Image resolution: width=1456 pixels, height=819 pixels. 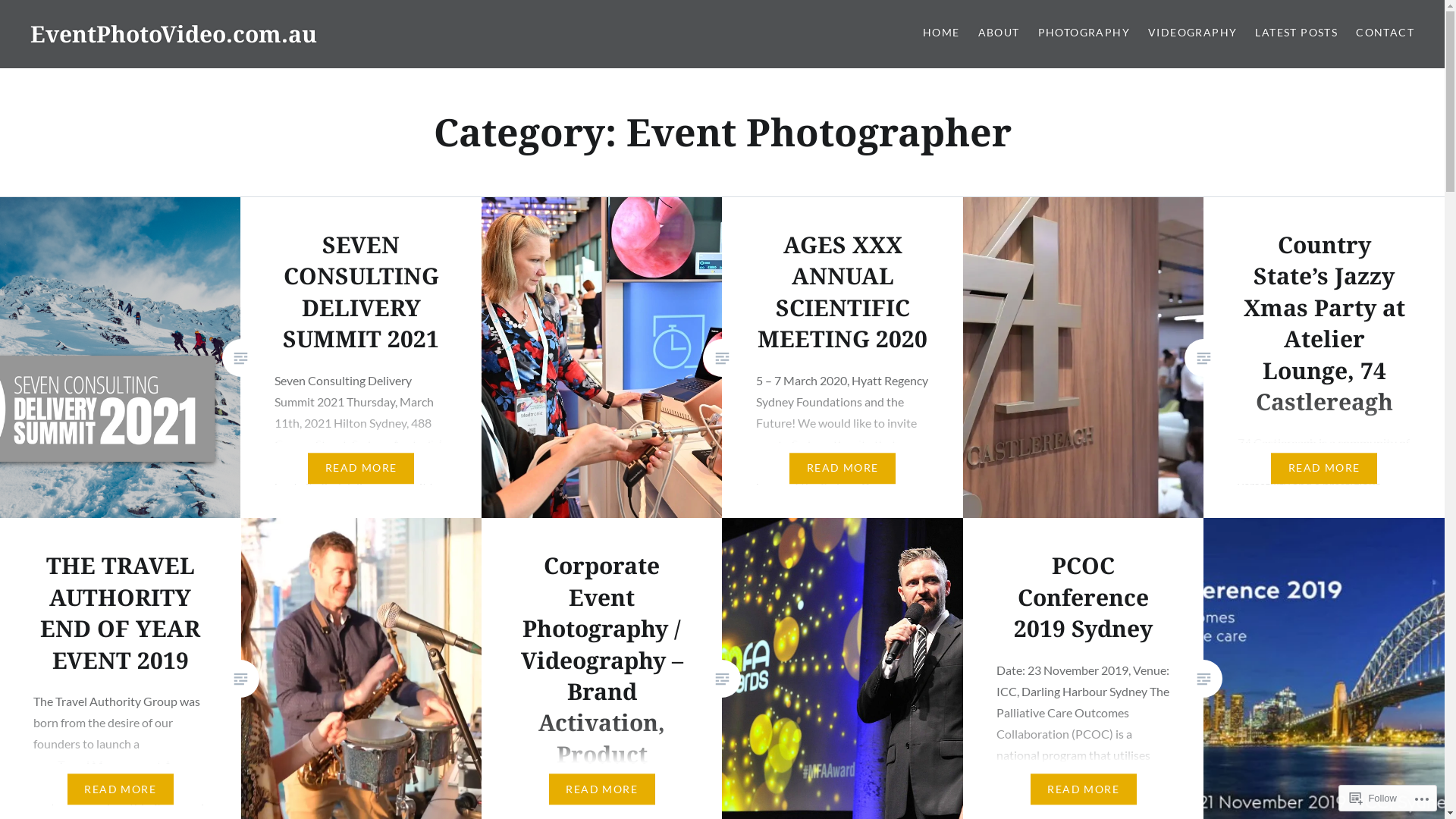 What do you see at coordinates (999, 33) in the screenshot?
I see `'ABOUT'` at bounding box center [999, 33].